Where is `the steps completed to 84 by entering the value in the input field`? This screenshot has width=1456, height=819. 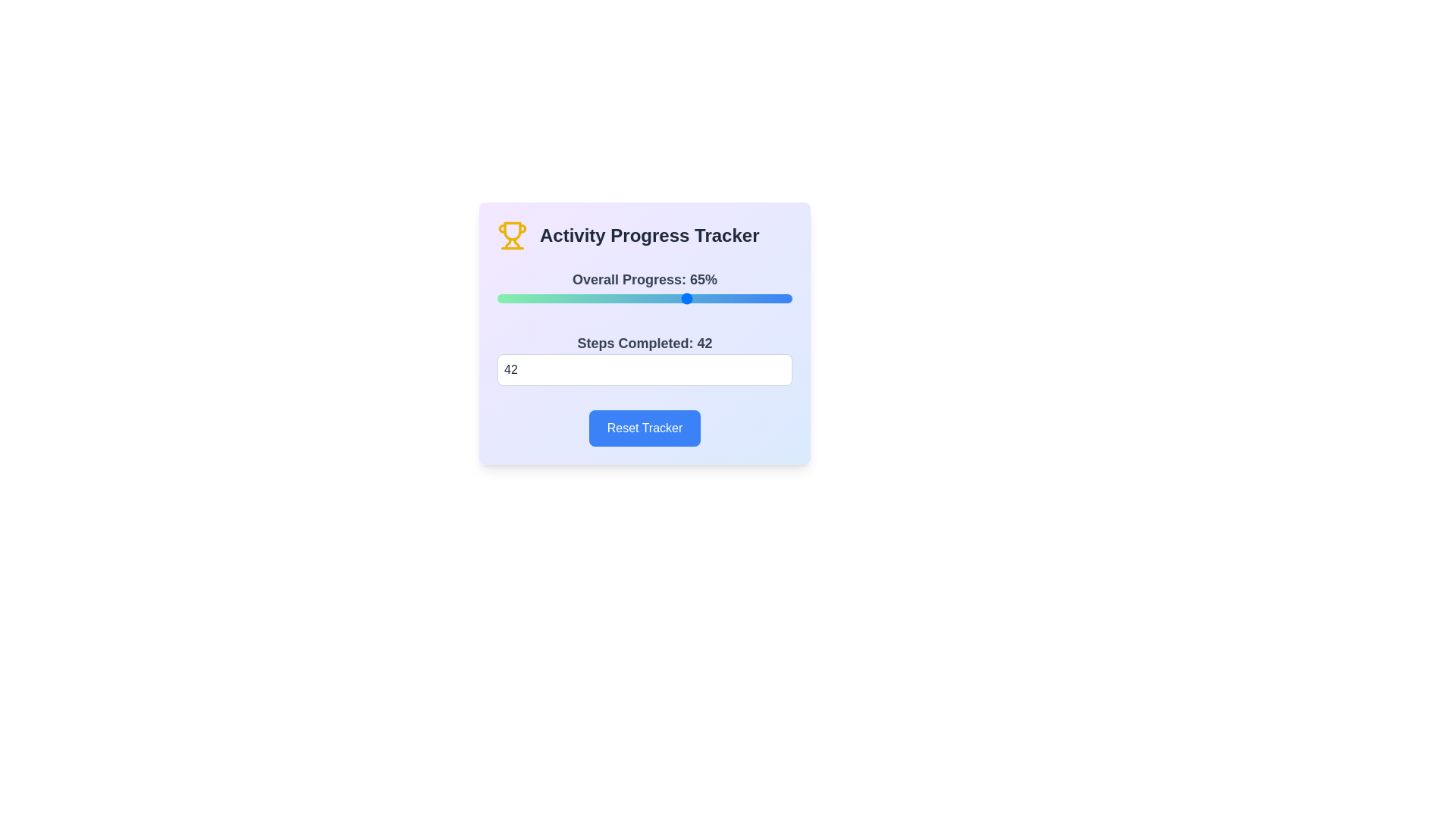
the steps completed to 84 by entering the value in the input field is located at coordinates (645, 370).